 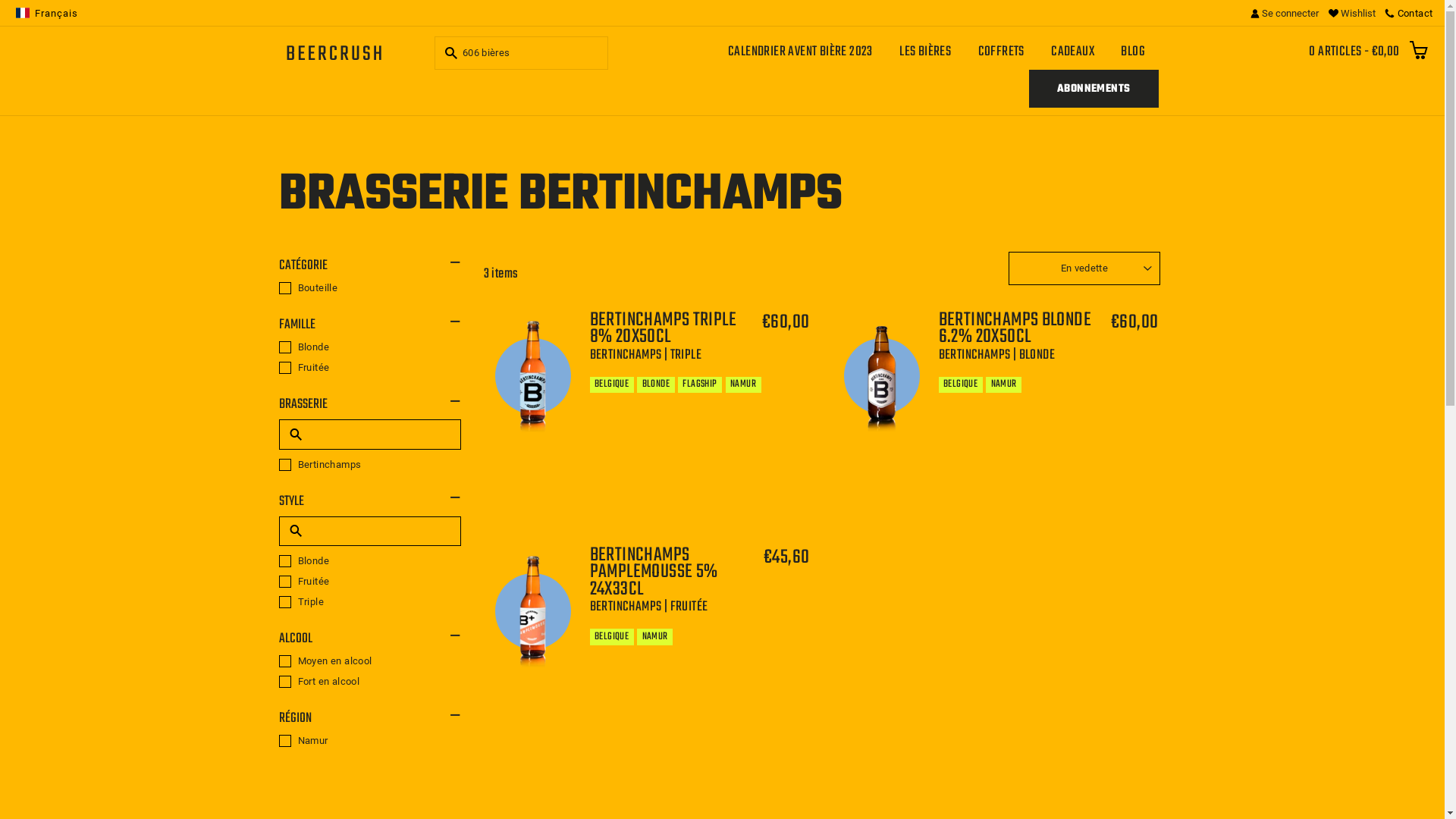 I want to click on 'Recherche', so click(x=447, y=52).